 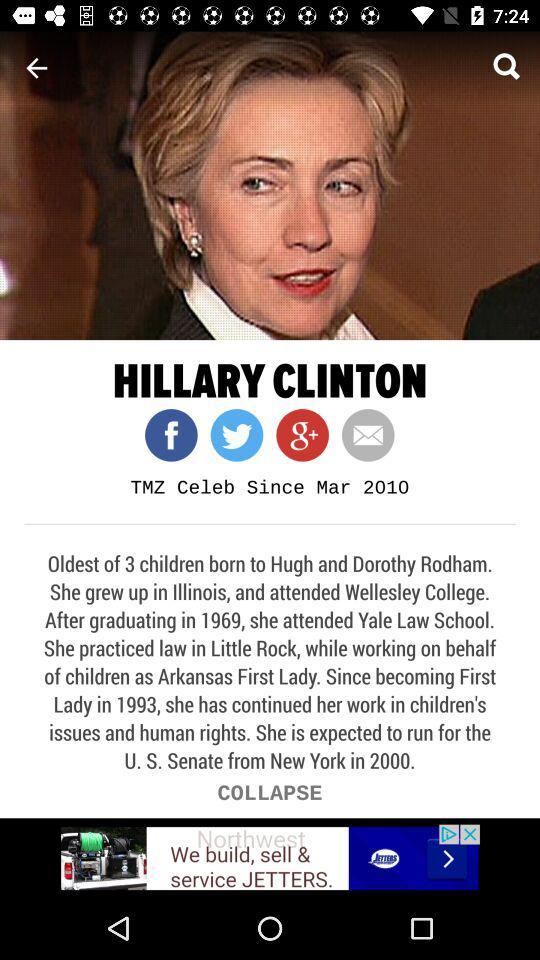 What do you see at coordinates (360, 435) in the screenshot?
I see `the email icon` at bounding box center [360, 435].